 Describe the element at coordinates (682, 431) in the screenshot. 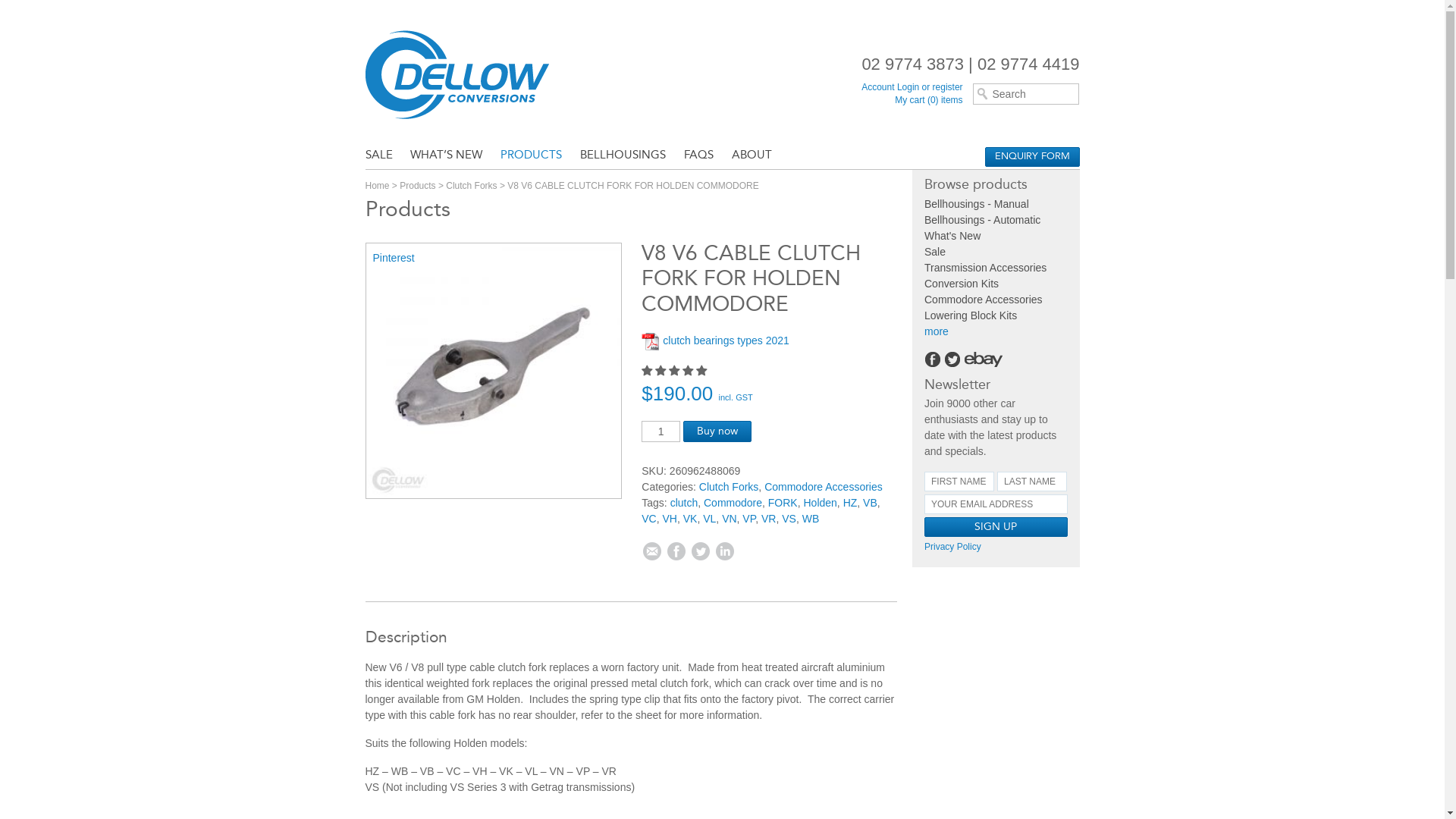

I see `'Buy now'` at that location.